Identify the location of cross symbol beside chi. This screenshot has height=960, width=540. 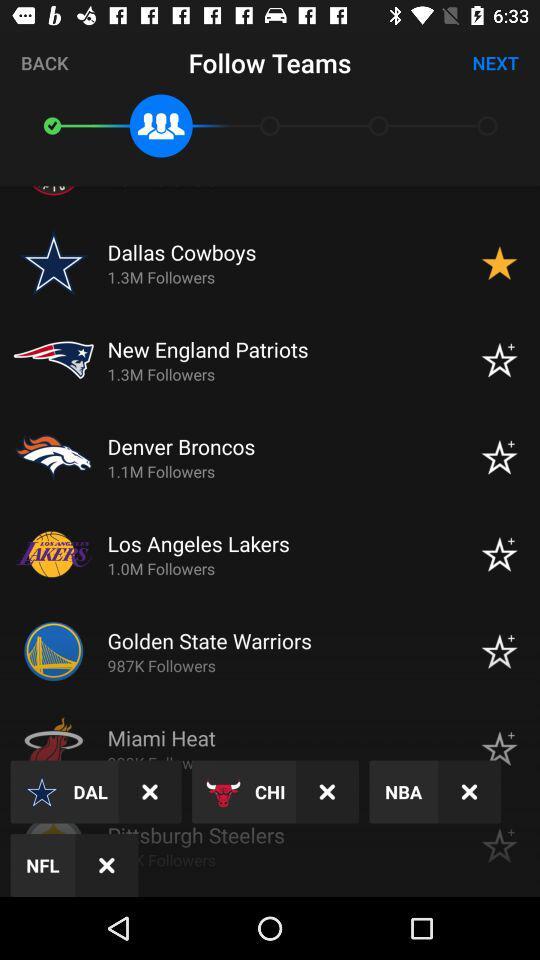
(327, 792).